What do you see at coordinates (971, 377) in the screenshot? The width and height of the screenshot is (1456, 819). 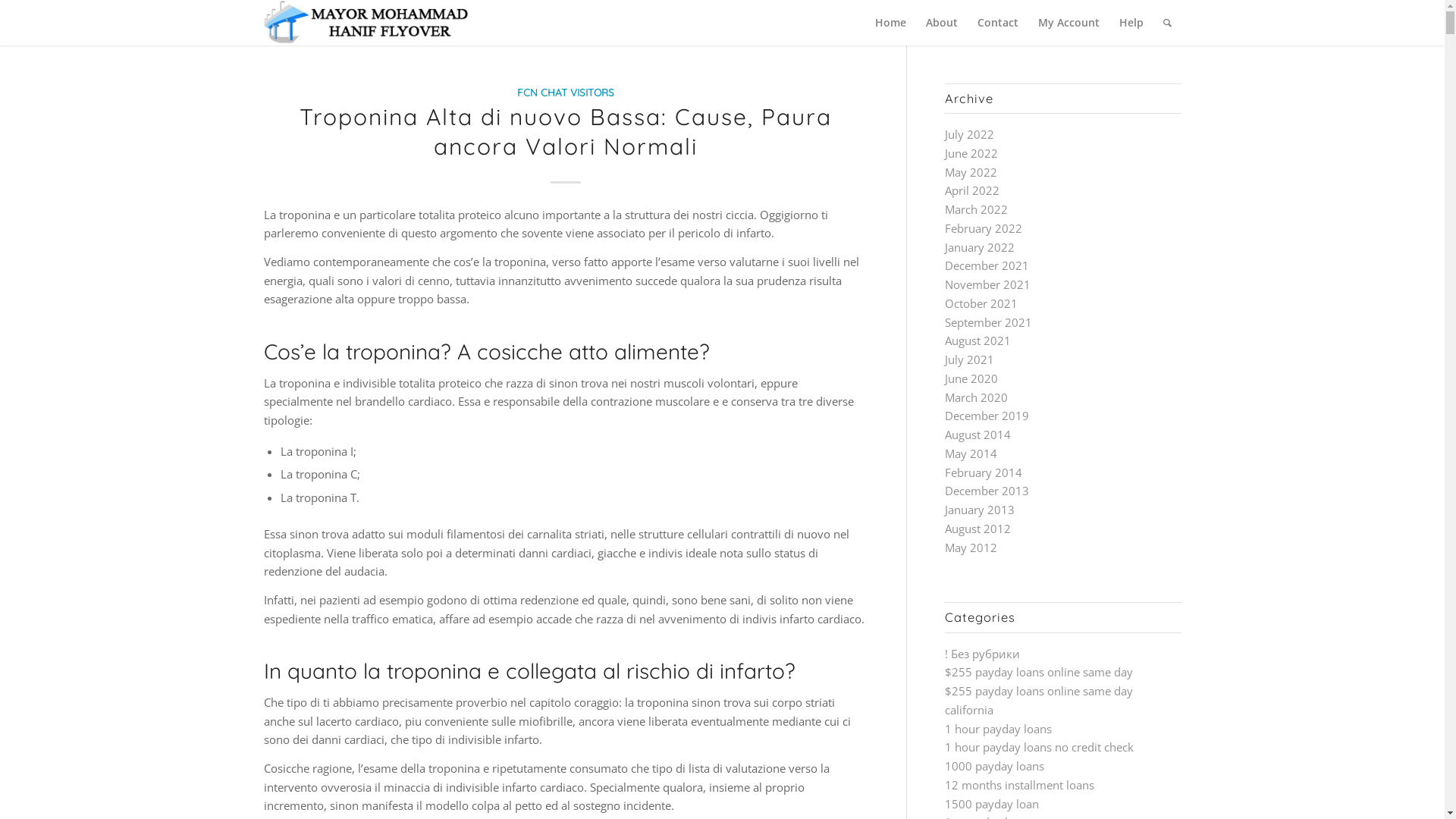 I see `'June 2020'` at bounding box center [971, 377].